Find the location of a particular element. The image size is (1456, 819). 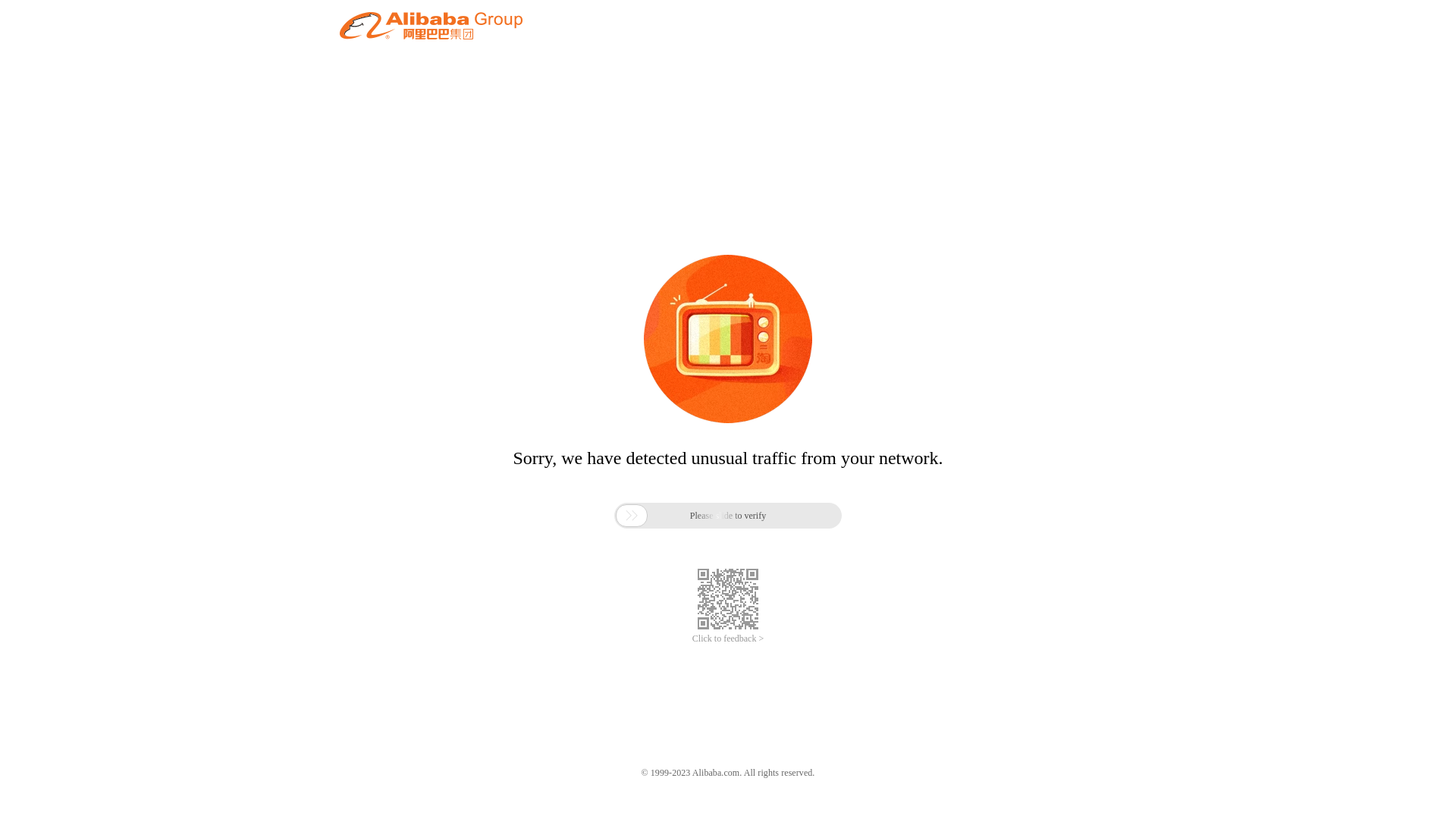

'Click to feedback >' is located at coordinates (728, 639).